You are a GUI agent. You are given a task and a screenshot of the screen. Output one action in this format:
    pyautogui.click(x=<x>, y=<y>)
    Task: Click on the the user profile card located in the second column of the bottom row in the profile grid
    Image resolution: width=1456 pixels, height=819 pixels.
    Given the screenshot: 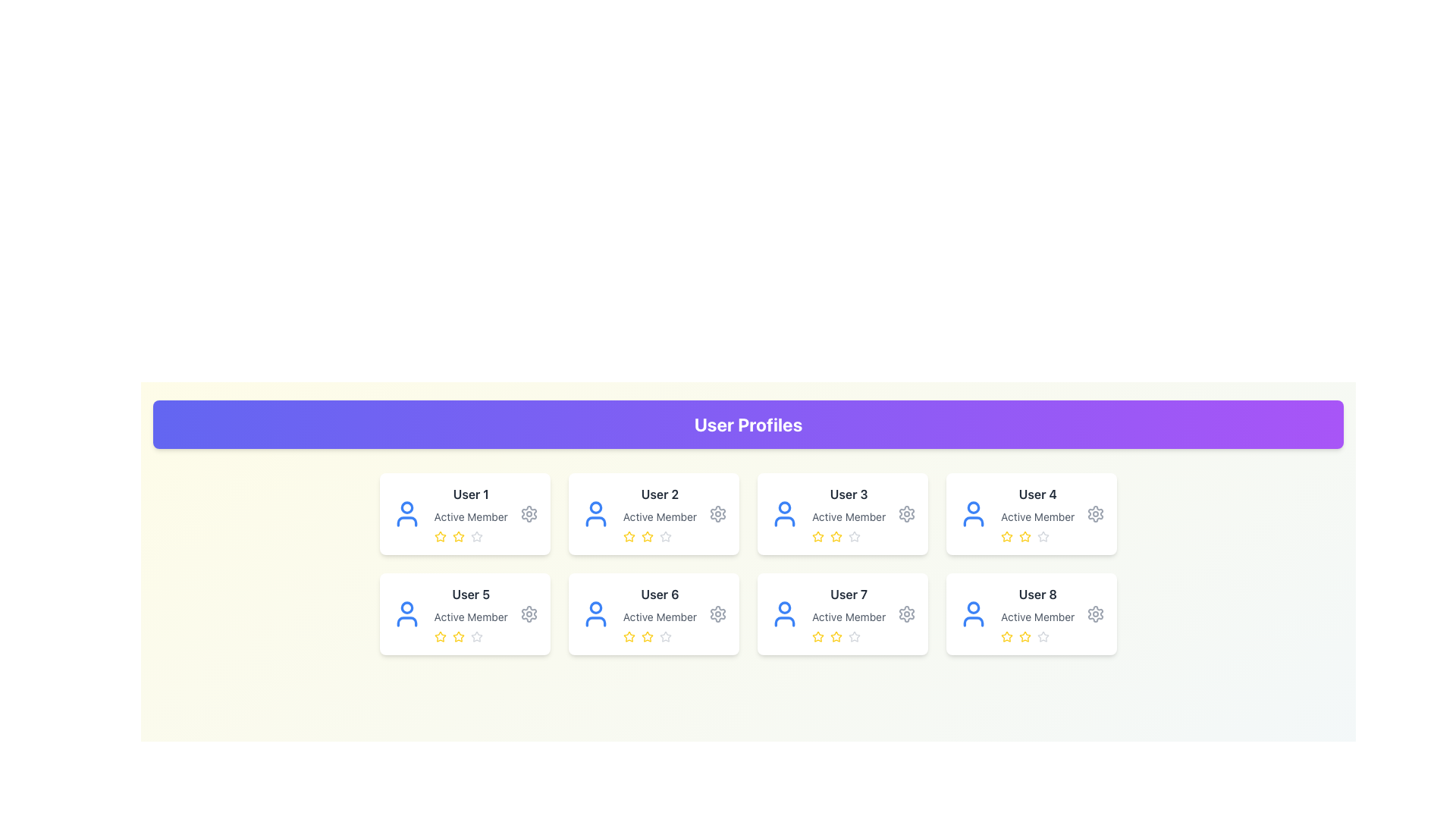 What is the action you would take?
    pyautogui.click(x=848, y=614)
    